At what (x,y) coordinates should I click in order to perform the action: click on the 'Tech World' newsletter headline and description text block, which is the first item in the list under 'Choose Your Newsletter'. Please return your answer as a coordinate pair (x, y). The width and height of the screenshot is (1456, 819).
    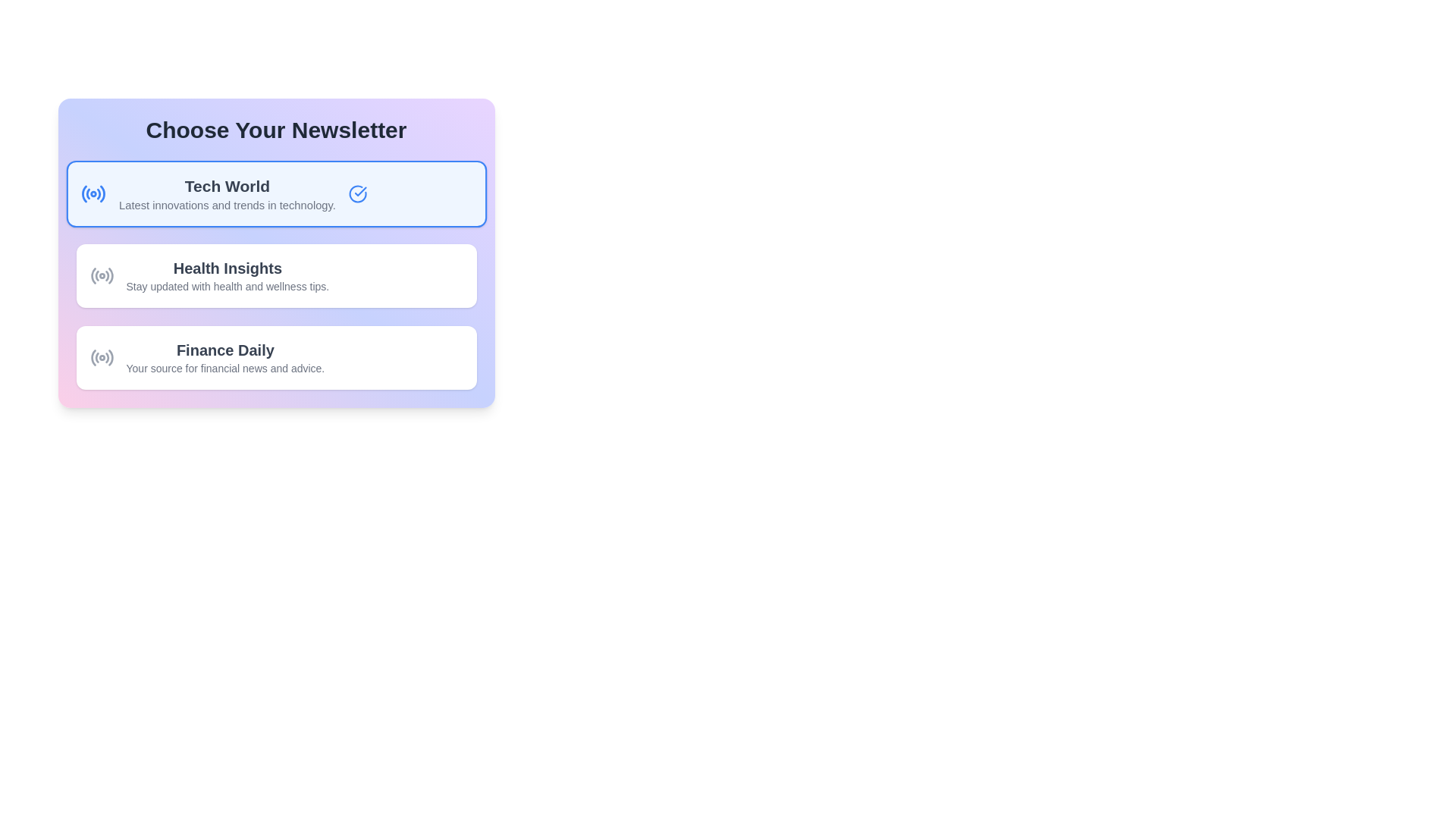
    Looking at the image, I should click on (226, 193).